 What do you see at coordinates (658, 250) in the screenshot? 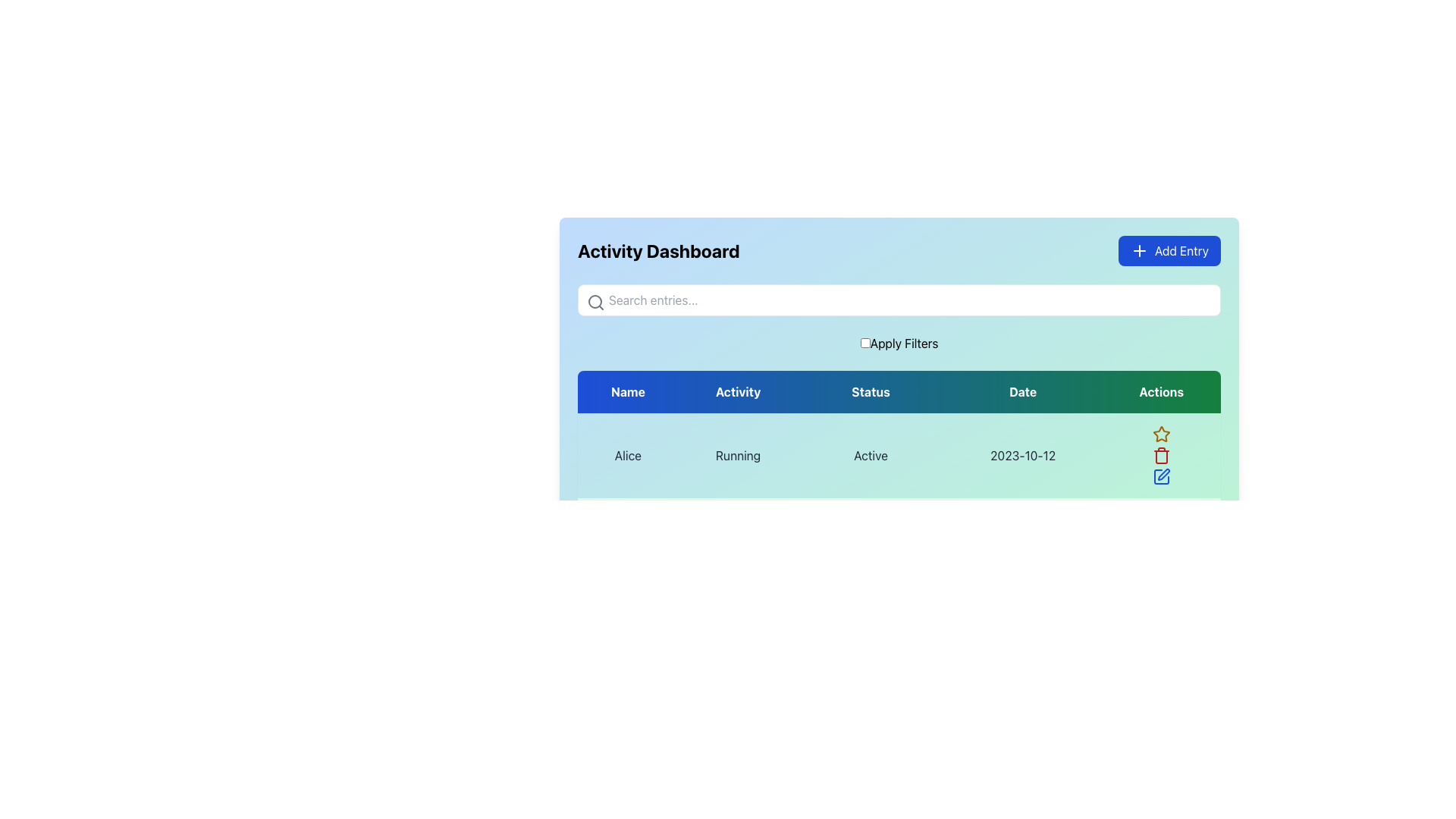
I see `bold and large text labeled 'Activity Dashboard' located in the top-left section of the interface` at bounding box center [658, 250].